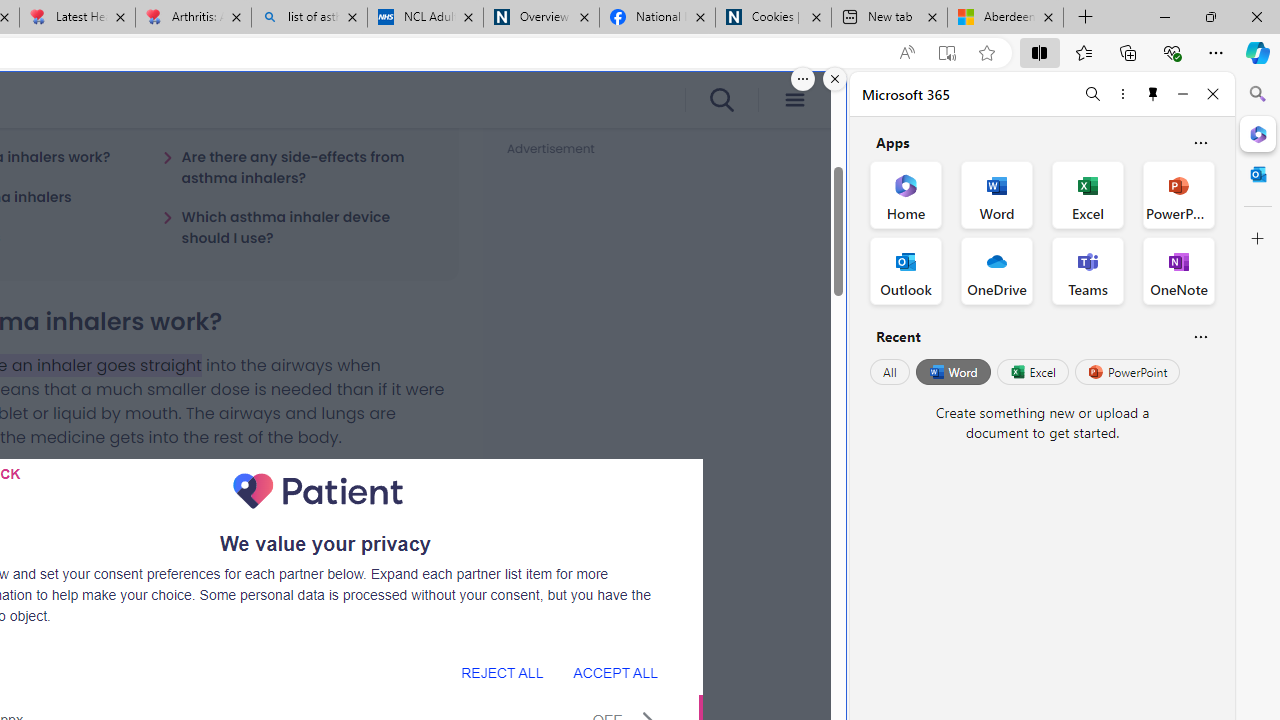 This screenshot has width=1280, height=720. Describe the element at coordinates (997, 195) in the screenshot. I see `'Word Office App'` at that location.